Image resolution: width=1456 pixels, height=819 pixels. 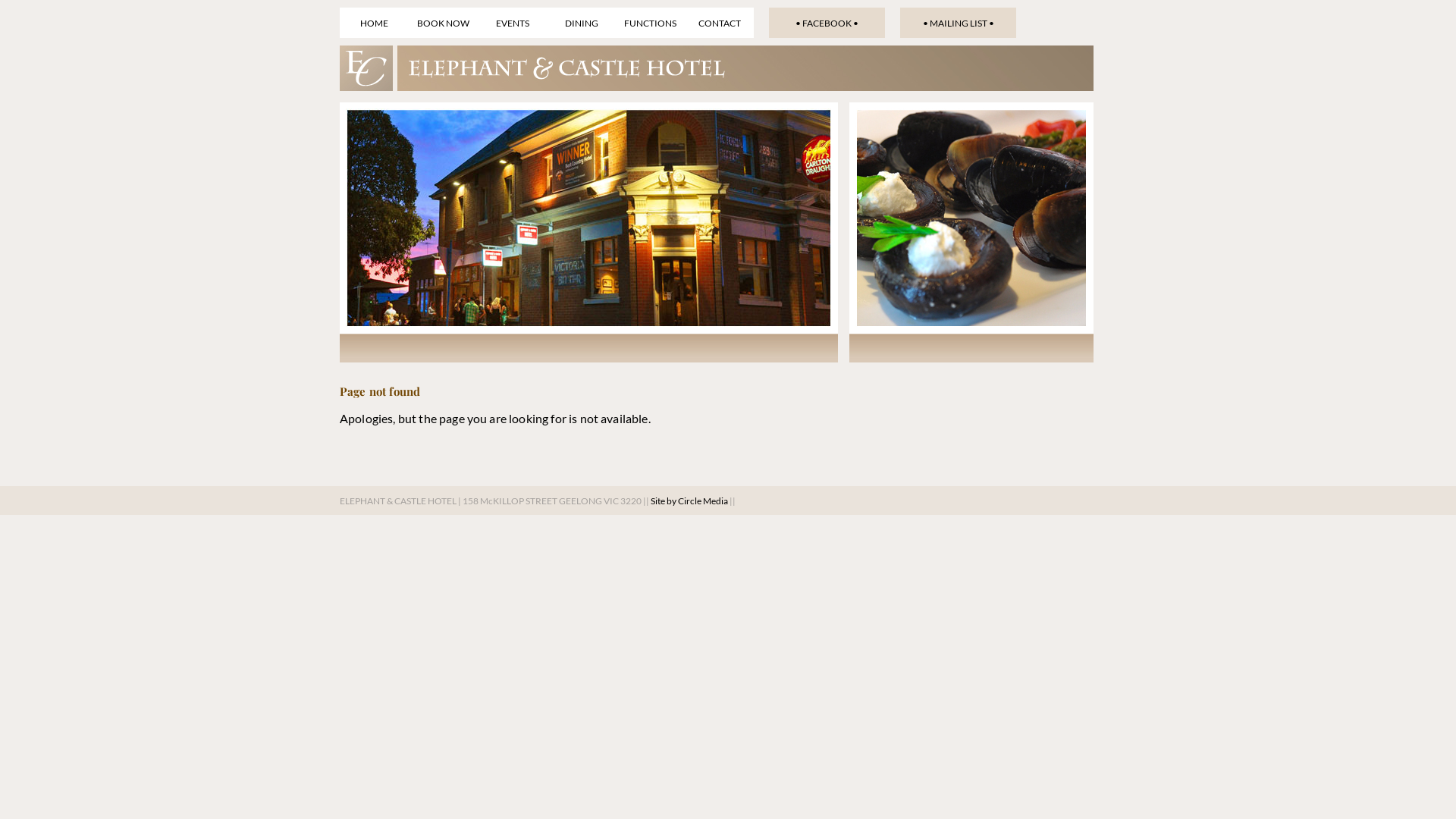 I want to click on 'BOOK NOW', so click(x=442, y=23).